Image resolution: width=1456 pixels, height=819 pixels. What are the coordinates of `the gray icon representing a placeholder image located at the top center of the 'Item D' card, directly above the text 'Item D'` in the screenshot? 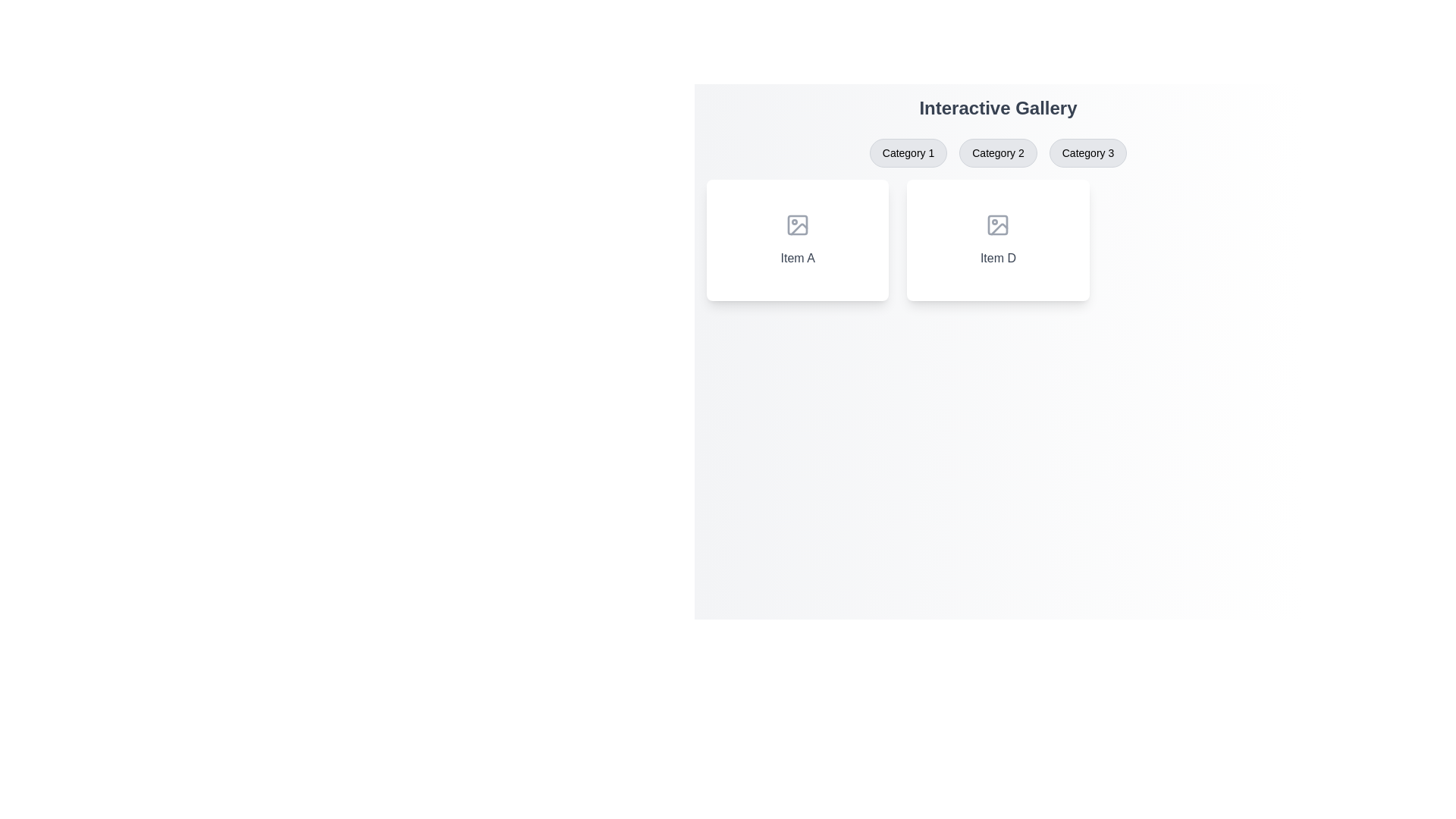 It's located at (998, 225).